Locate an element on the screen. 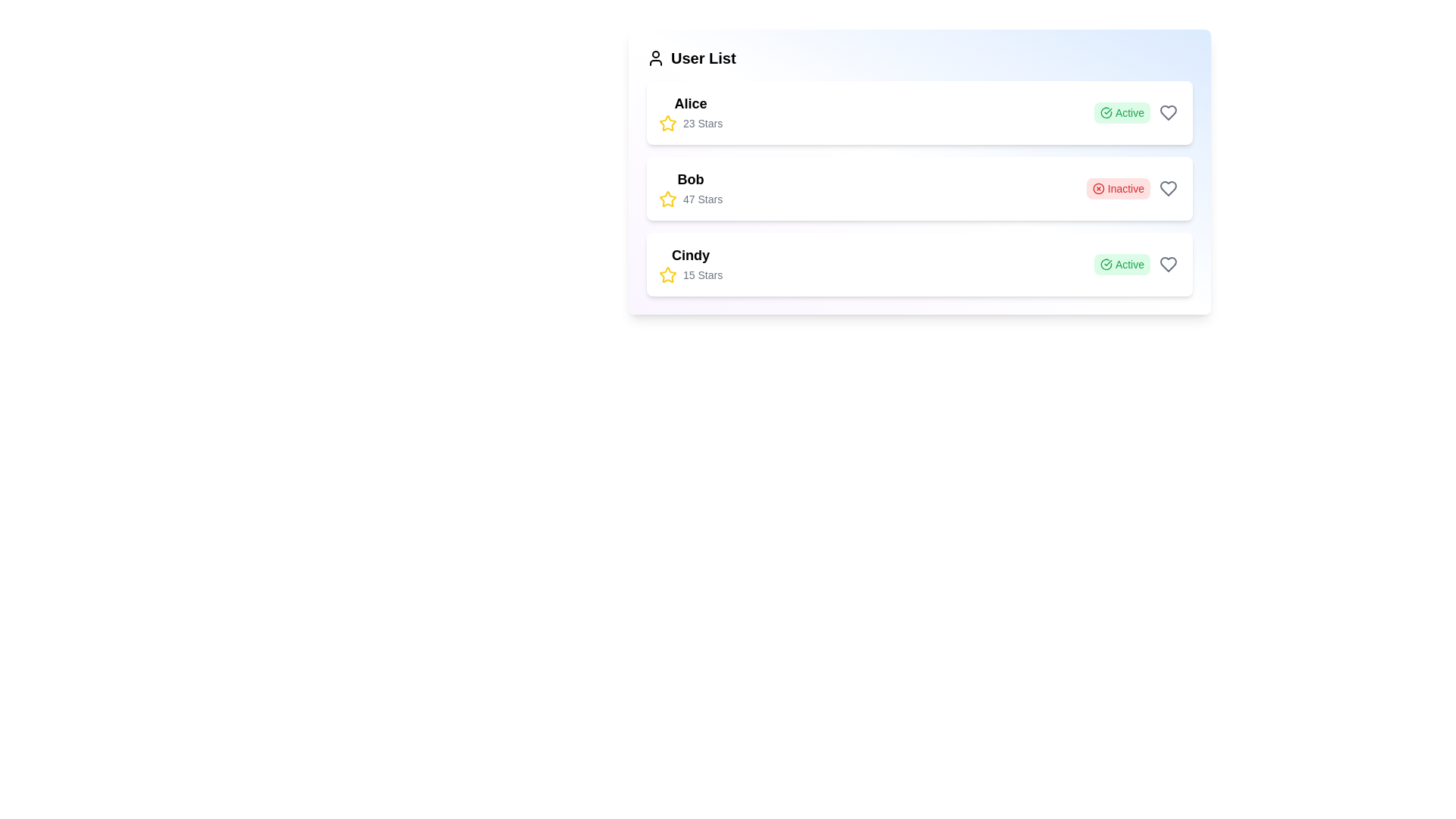 This screenshot has height=819, width=1456. the heart icon for Bob to like the user is located at coordinates (1167, 188).